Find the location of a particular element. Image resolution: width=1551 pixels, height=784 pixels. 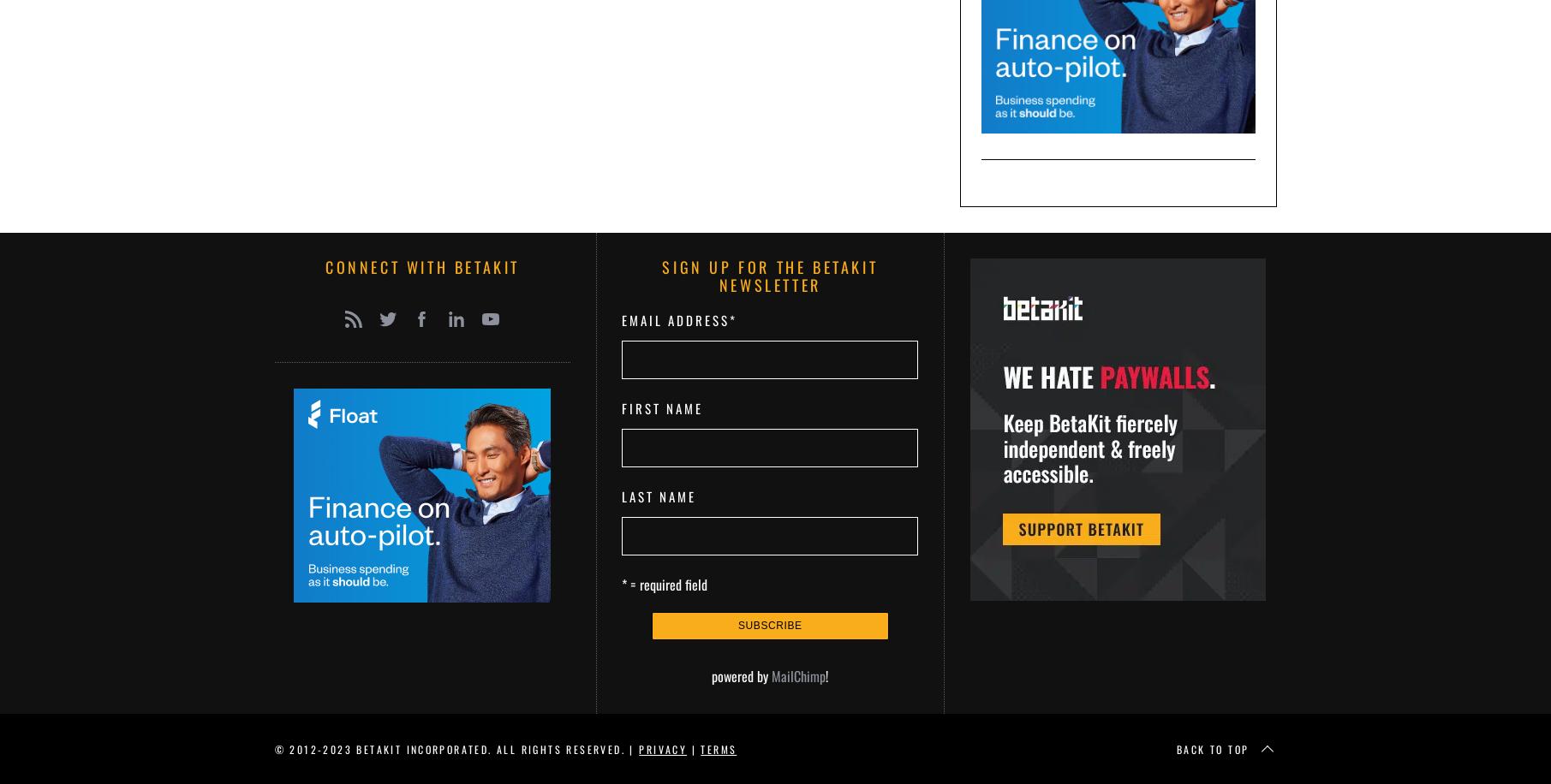

'Back to top' is located at coordinates (1176, 747).